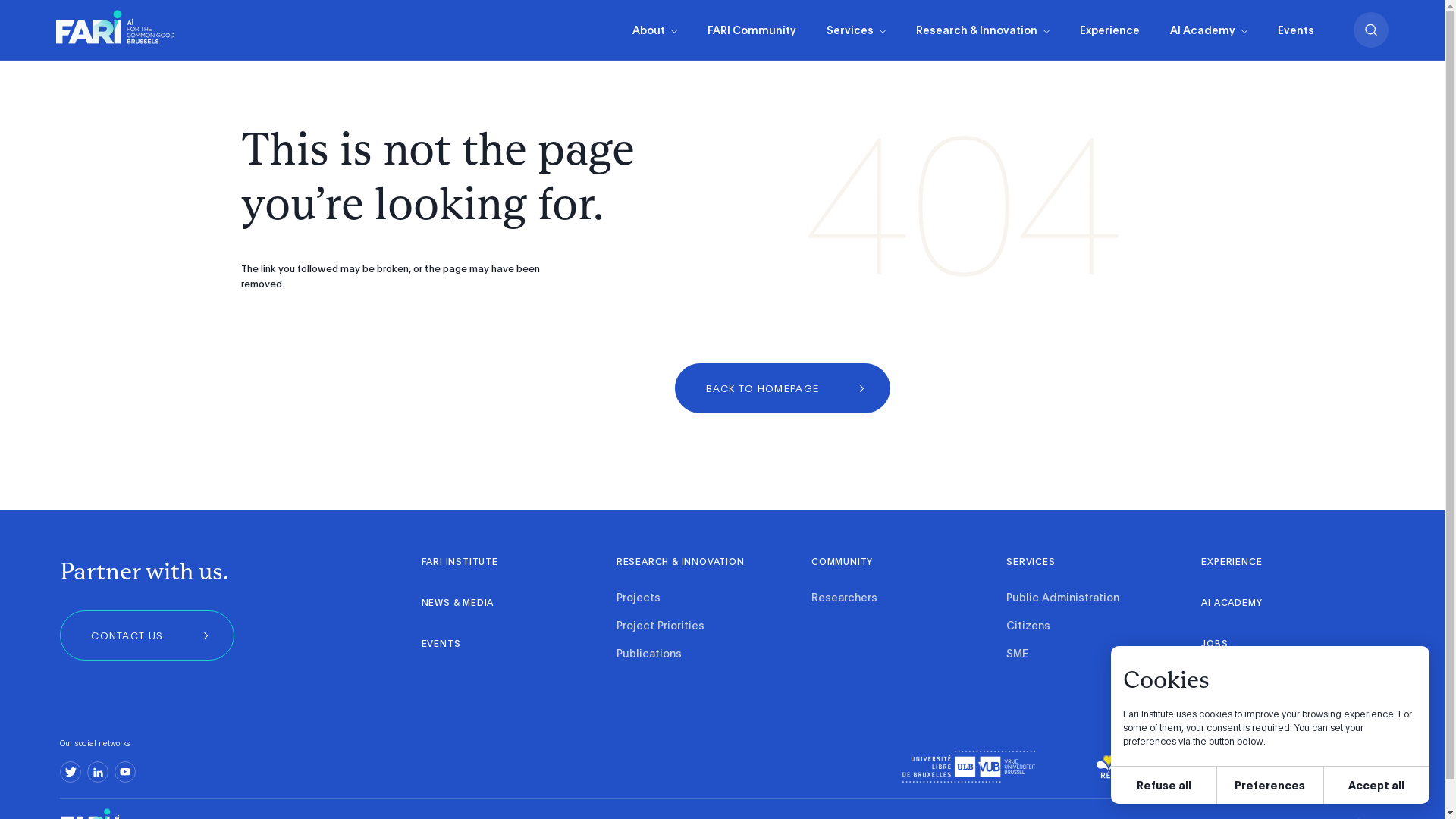  I want to click on 'NEWS & MEDIA', so click(457, 602).